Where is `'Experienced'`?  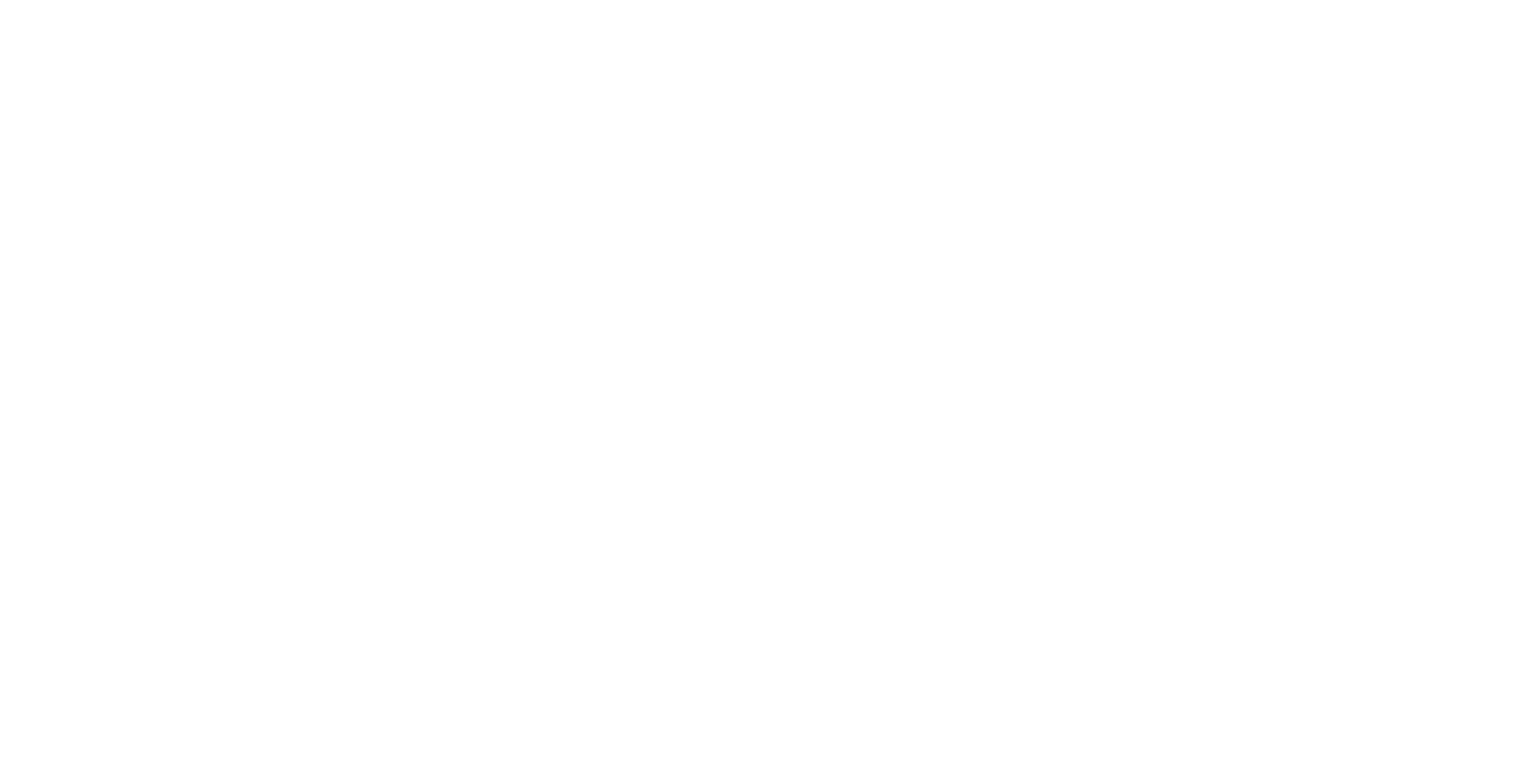
'Experienced' is located at coordinates (154, 270).